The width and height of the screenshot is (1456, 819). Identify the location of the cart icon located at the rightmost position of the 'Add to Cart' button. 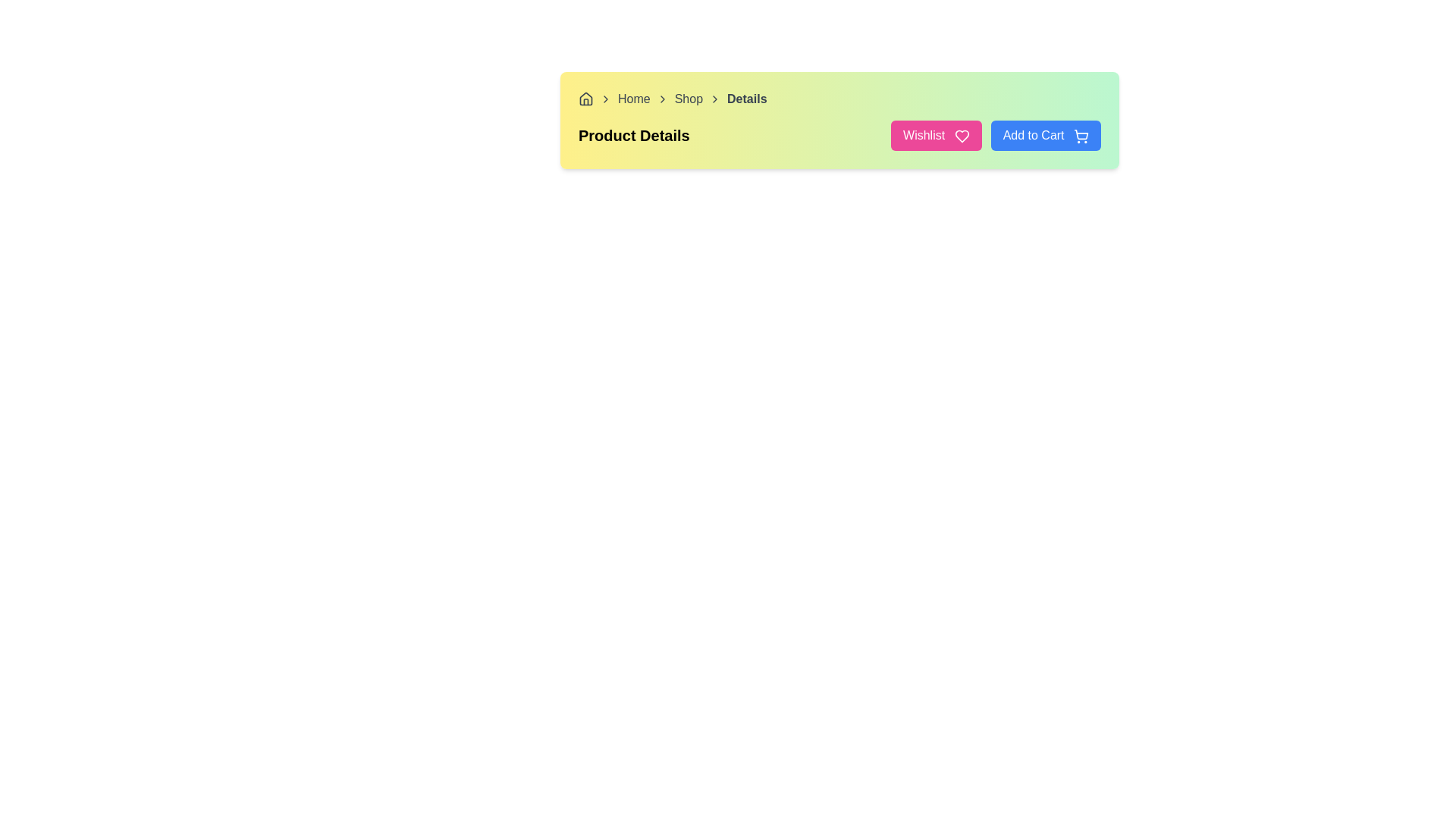
(1080, 134).